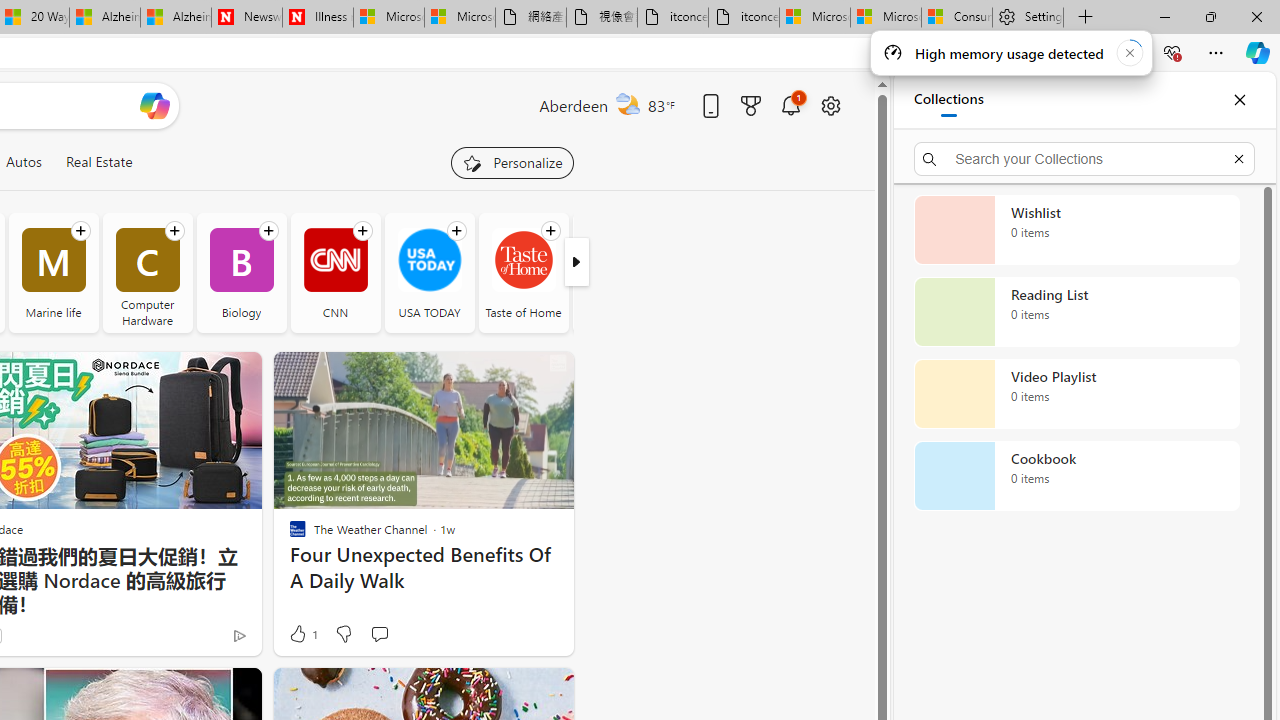 The width and height of the screenshot is (1280, 720). I want to click on 'Real Estate', so click(97, 161).